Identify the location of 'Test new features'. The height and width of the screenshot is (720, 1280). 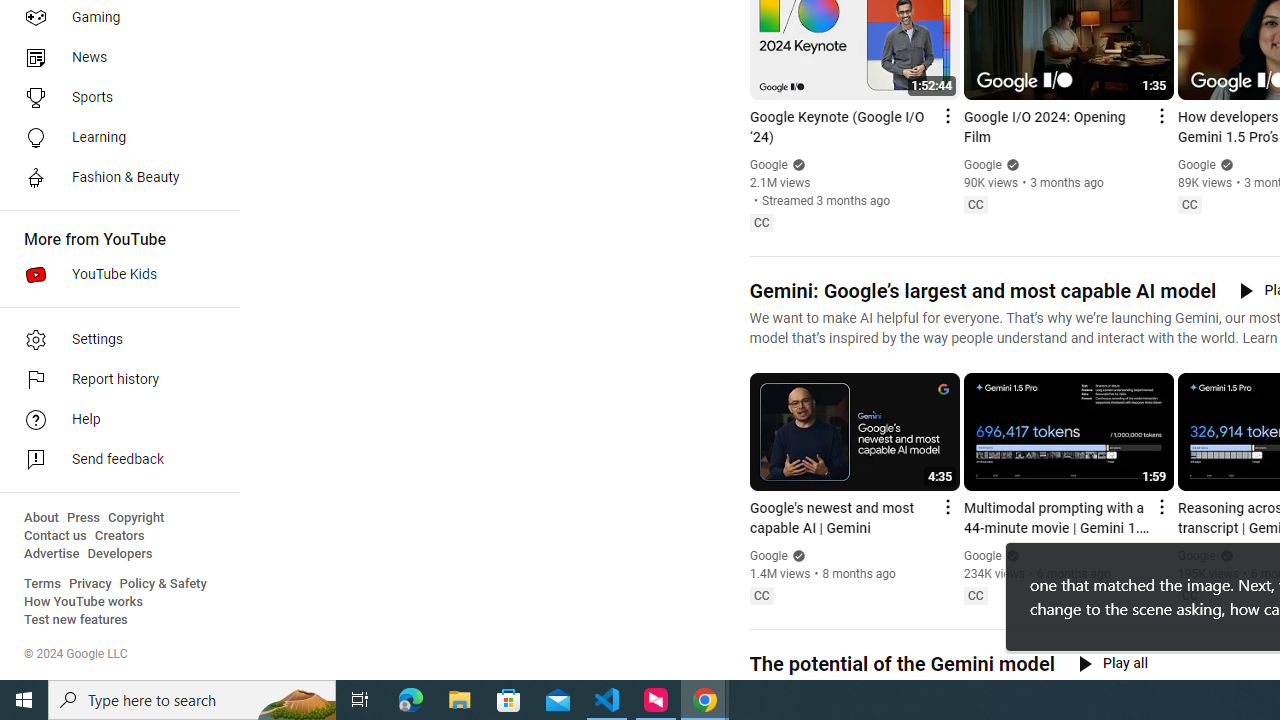
(76, 619).